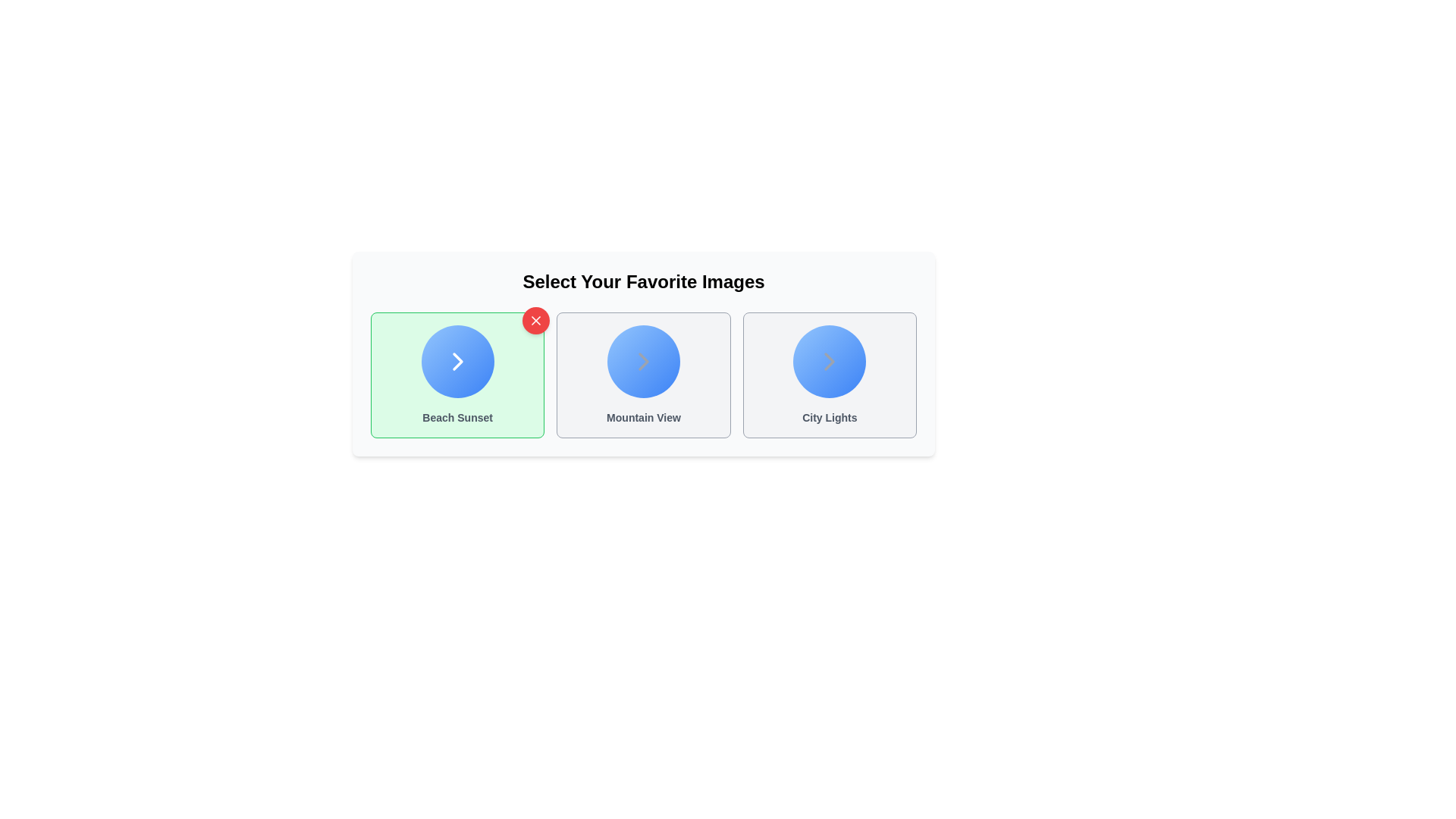 Image resolution: width=1456 pixels, height=819 pixels. Describe the element at coordinates (644, 375) in the screenshot. I see `the image labeled Mountain View to toggle its selection` at that location.